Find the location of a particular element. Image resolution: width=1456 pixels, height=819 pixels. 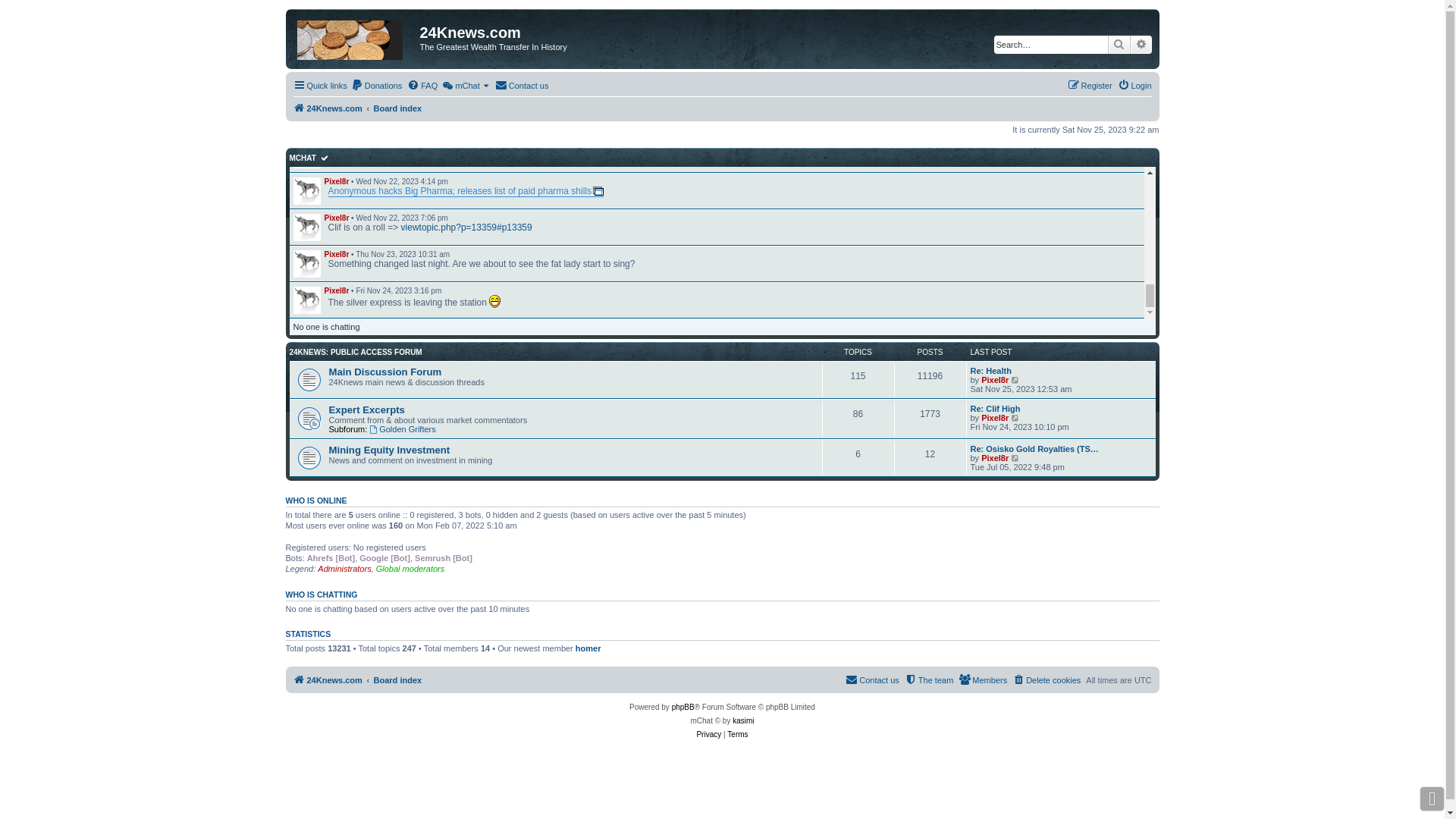

'Privacy' is located at coordinates (708, 733).